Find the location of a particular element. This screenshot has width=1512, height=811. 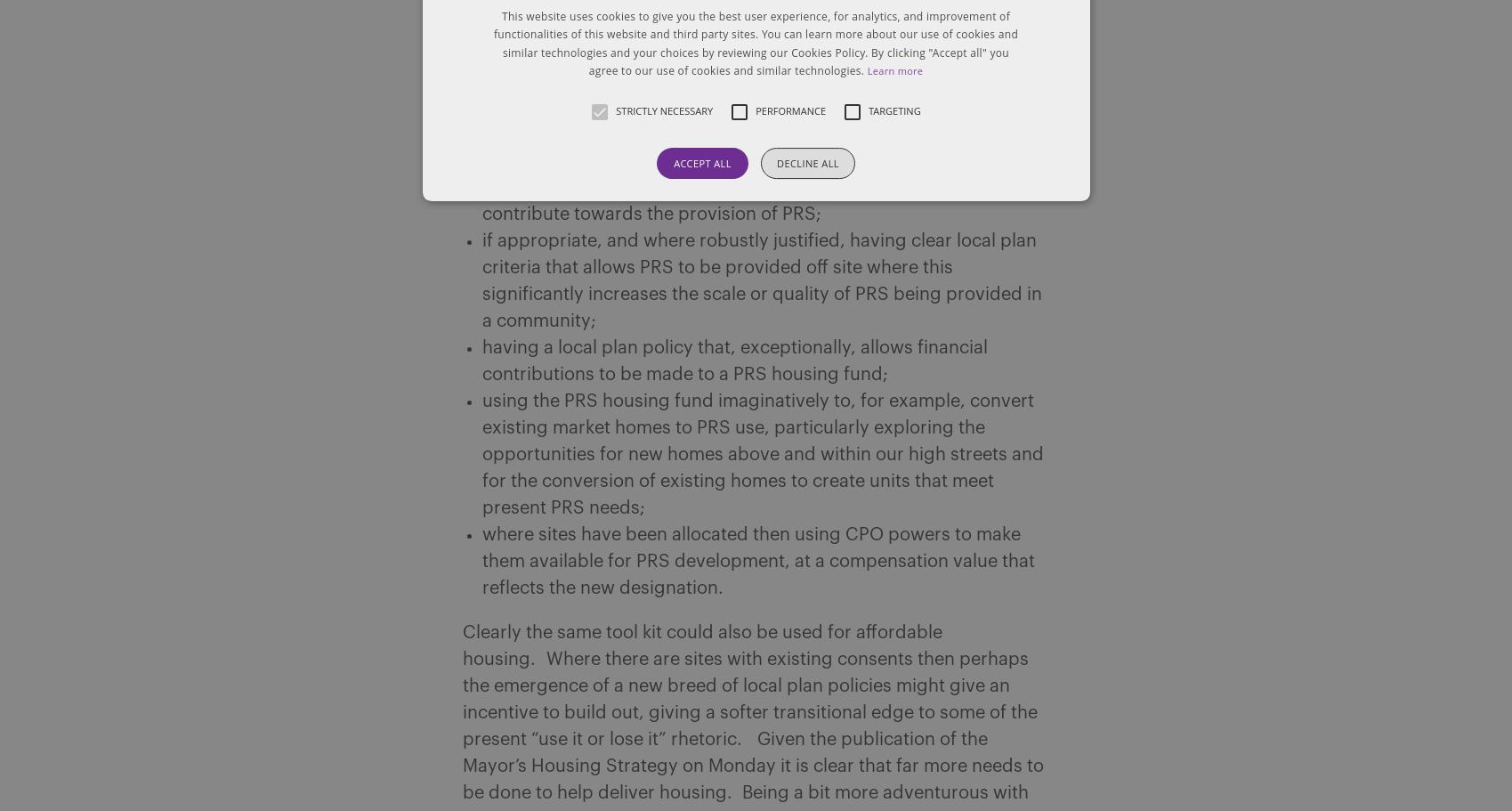

'Decline all' is located at coordinates (775, 161).